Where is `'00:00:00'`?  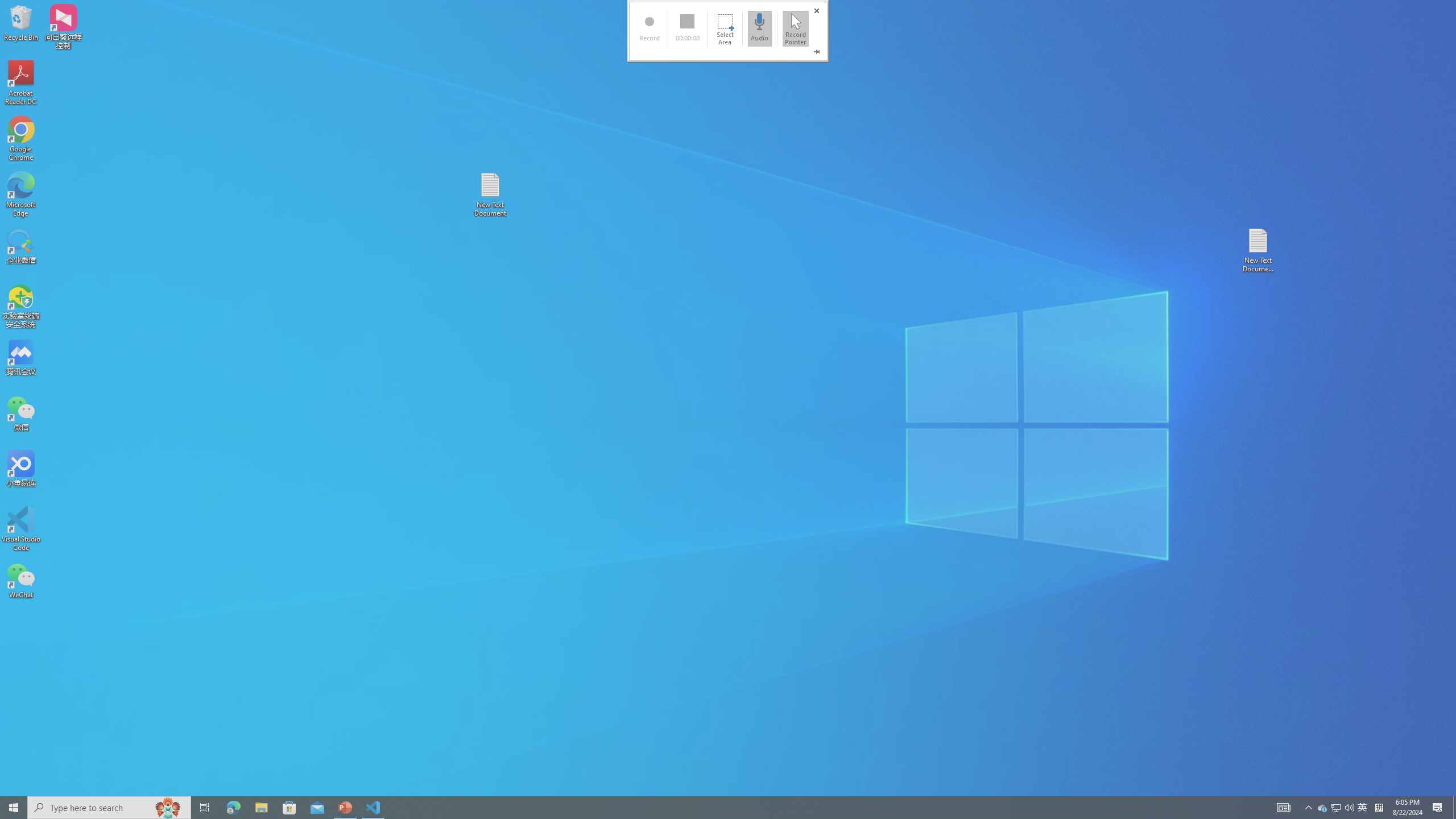 '00:00:00' is located at coordinates (686, 28).